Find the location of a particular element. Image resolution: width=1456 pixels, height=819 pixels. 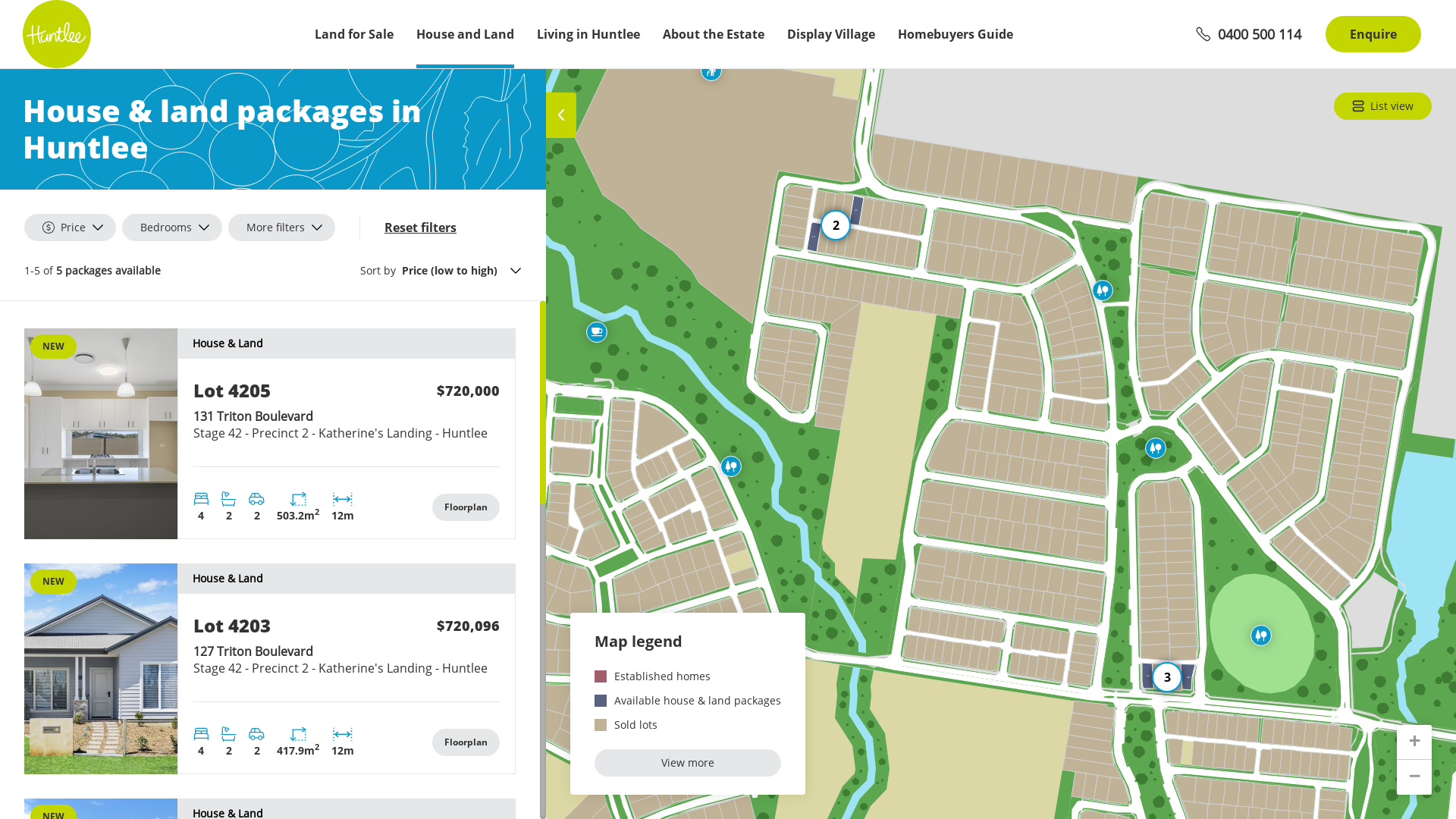

'About the Estate' is located at coordinates (662, 34).